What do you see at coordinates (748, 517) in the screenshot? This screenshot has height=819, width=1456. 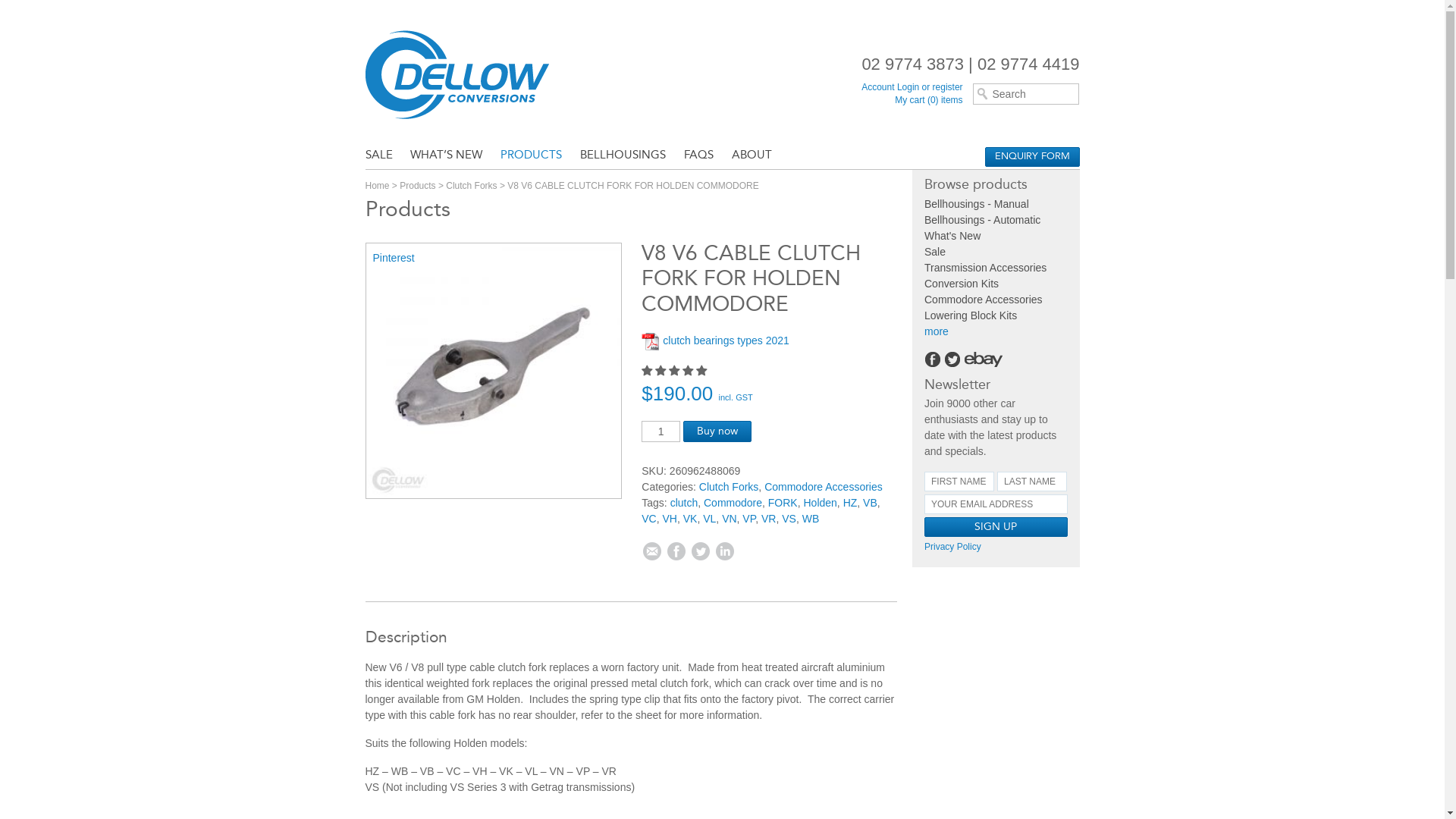 I see `'VP'` at bounding box center [748, 517].